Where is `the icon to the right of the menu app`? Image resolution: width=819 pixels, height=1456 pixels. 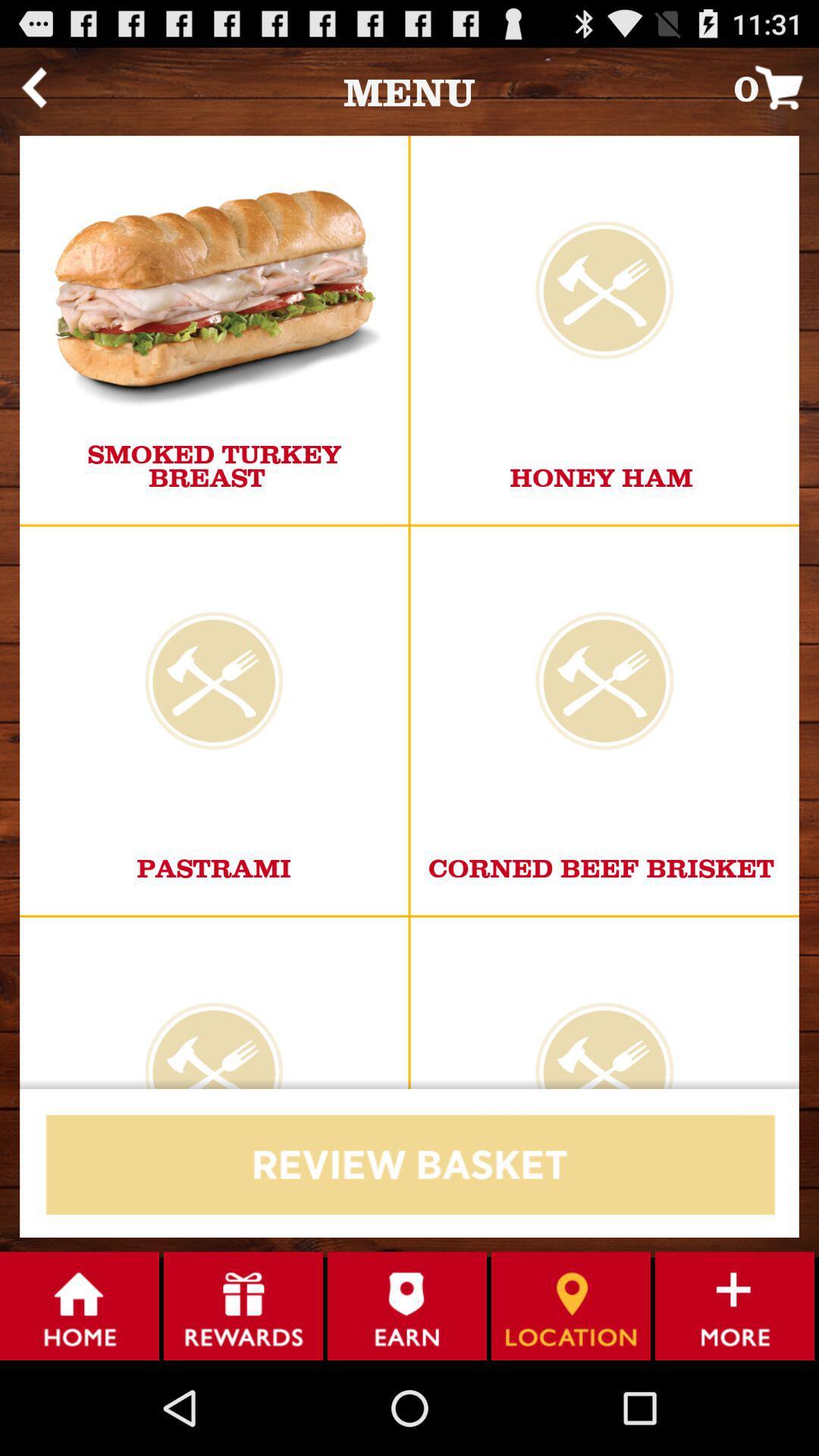
the icon to the right of the menu app is located at coordinates (776, 86).